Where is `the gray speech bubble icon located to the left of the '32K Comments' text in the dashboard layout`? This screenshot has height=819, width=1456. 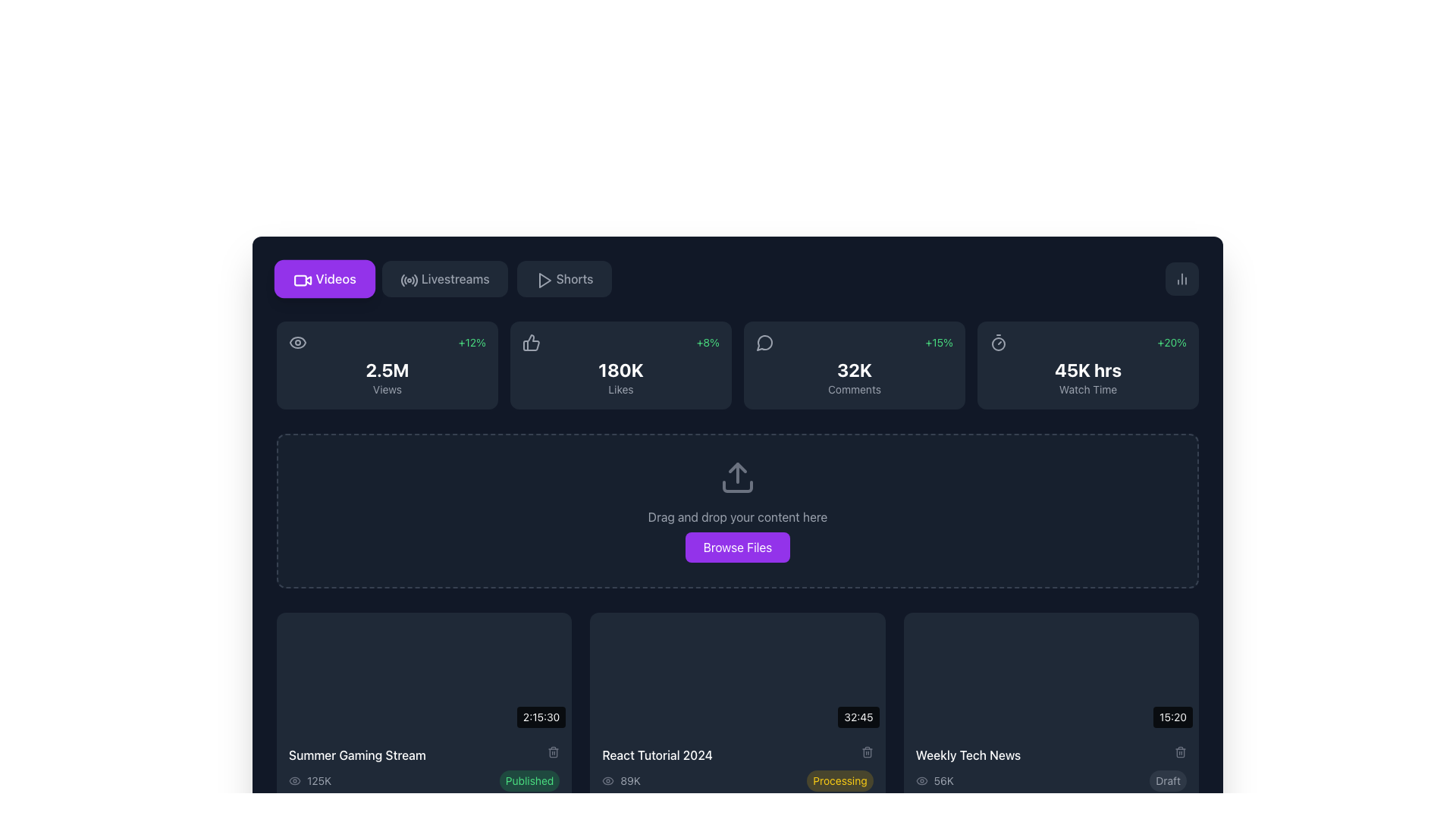
the gray speech bubble icon located to the left of the '32K Comments' text in the dashboard layout is located at coordinates (764, 342).